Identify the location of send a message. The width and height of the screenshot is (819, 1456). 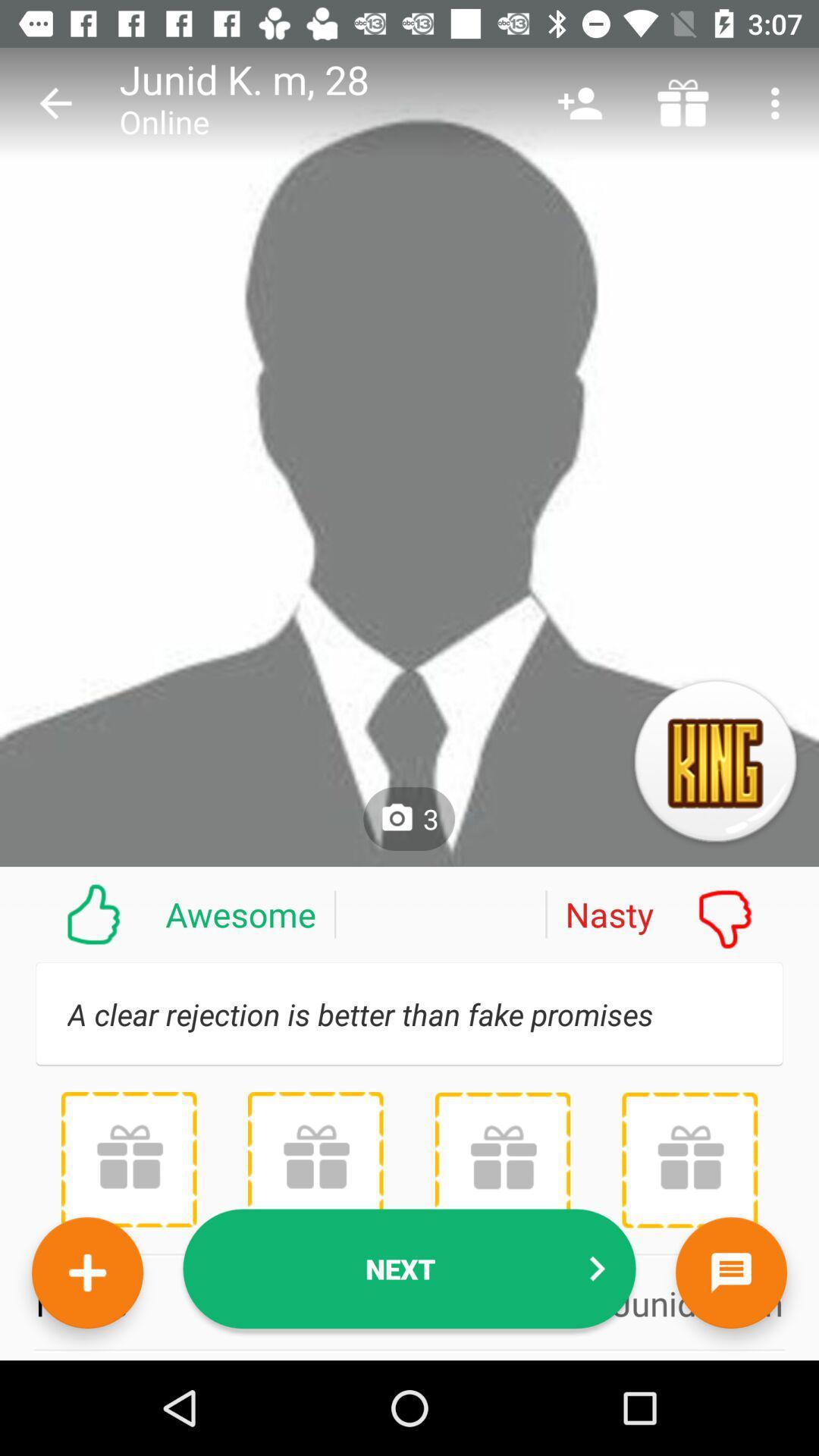
(730, 1272).